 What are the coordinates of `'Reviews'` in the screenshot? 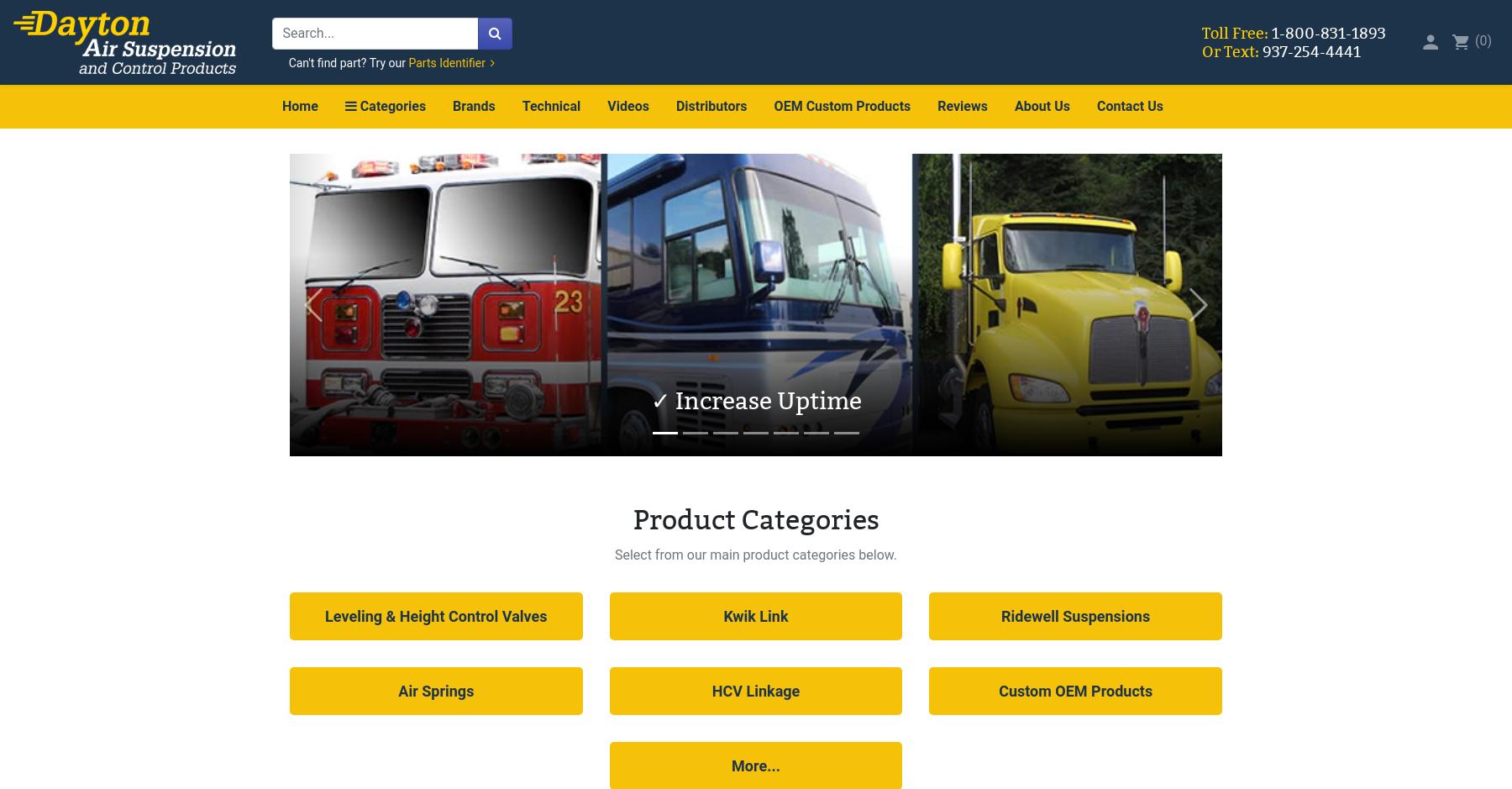 It's located at (962, 105).